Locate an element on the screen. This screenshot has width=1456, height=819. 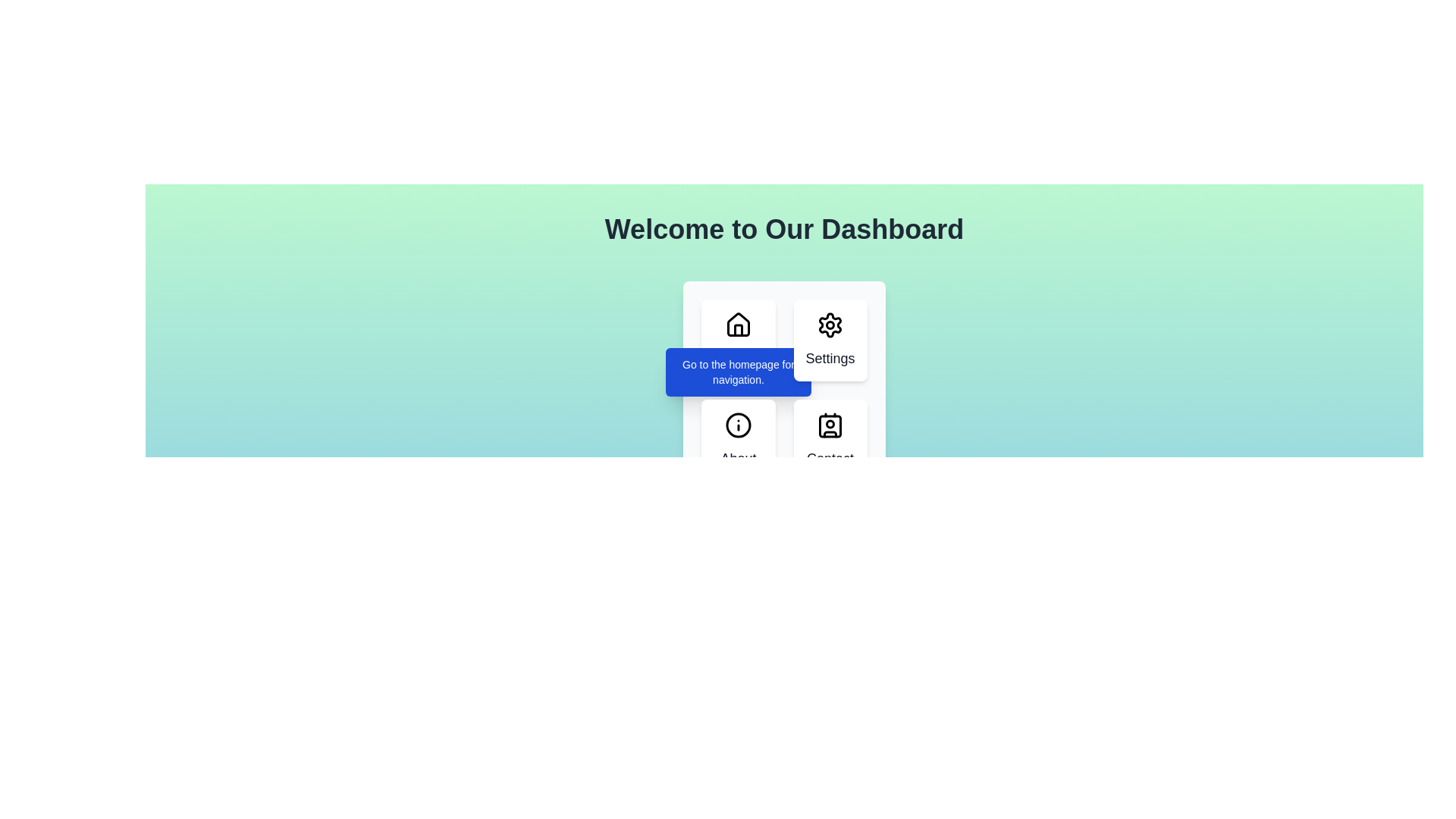
the black-bordered circle element of the info icon located in the lower-left quadrant of the dashboard interface is located at coordinates (739, 425).